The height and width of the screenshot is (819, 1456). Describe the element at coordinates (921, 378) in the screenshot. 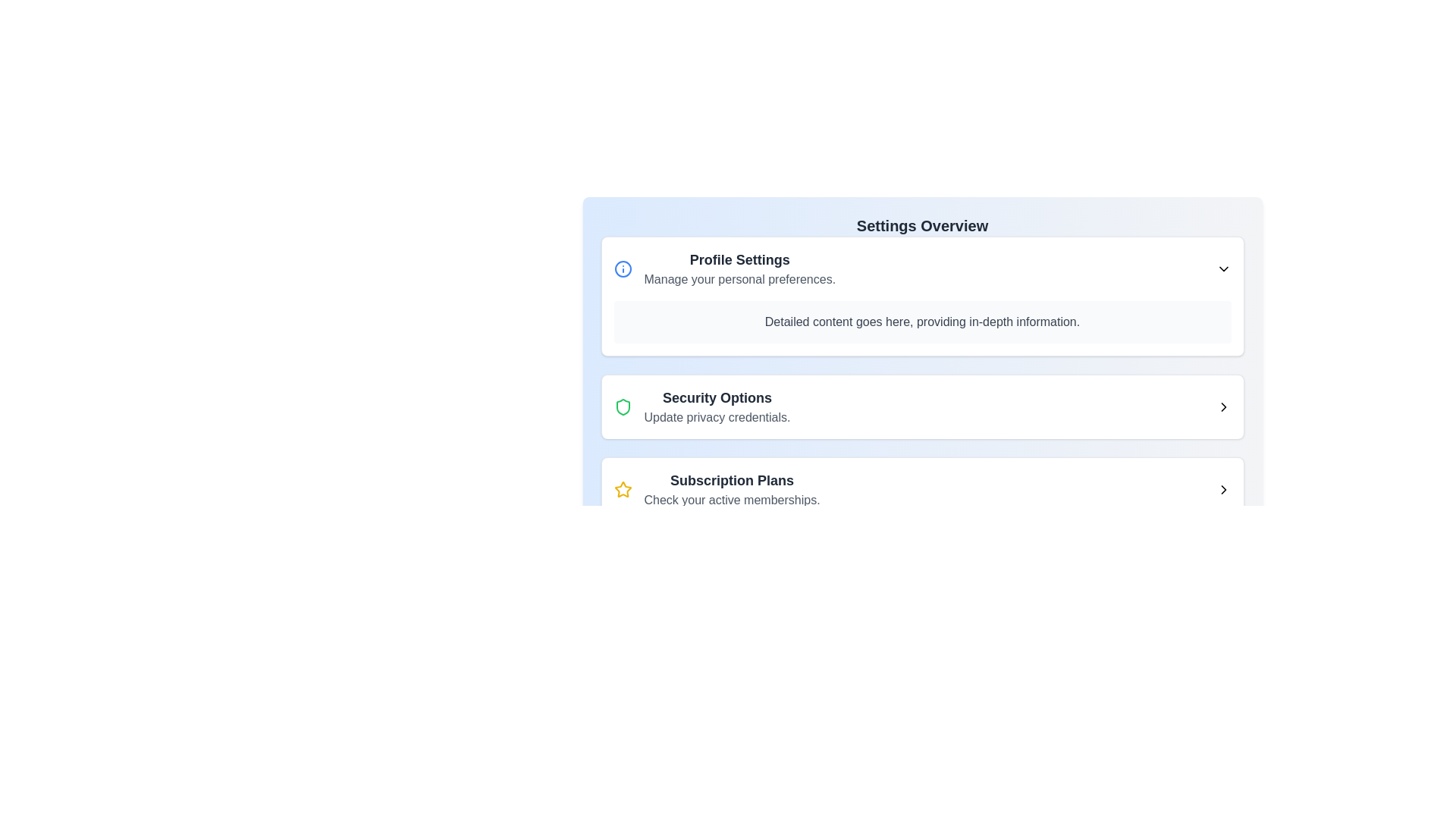

I see `the second card item in the 'Settings Overview' section, which provides options related to updating privacy credentials` at that location.